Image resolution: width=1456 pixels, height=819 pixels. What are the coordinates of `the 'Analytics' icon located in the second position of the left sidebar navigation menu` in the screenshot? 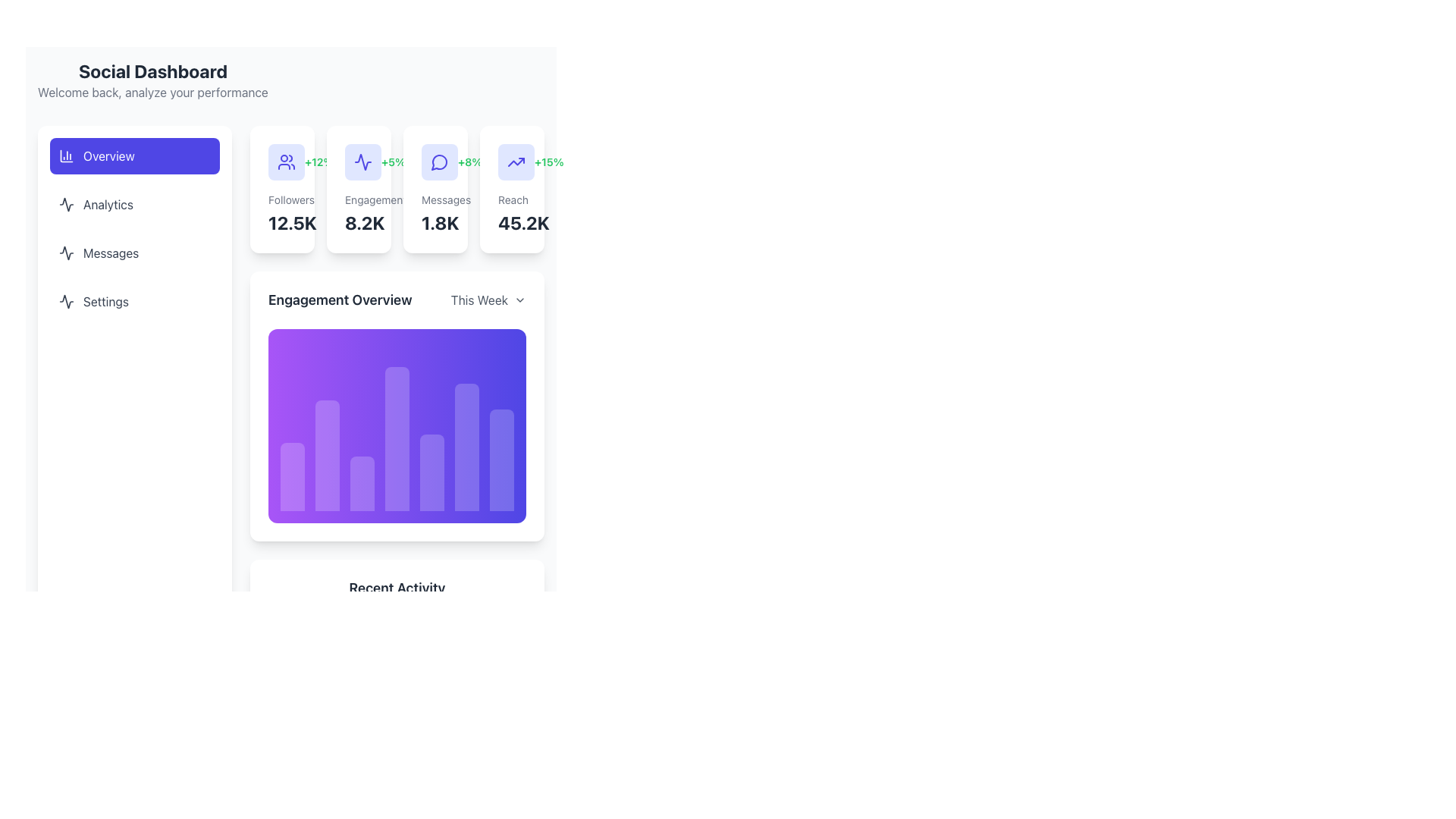 It's located at (65, 205).